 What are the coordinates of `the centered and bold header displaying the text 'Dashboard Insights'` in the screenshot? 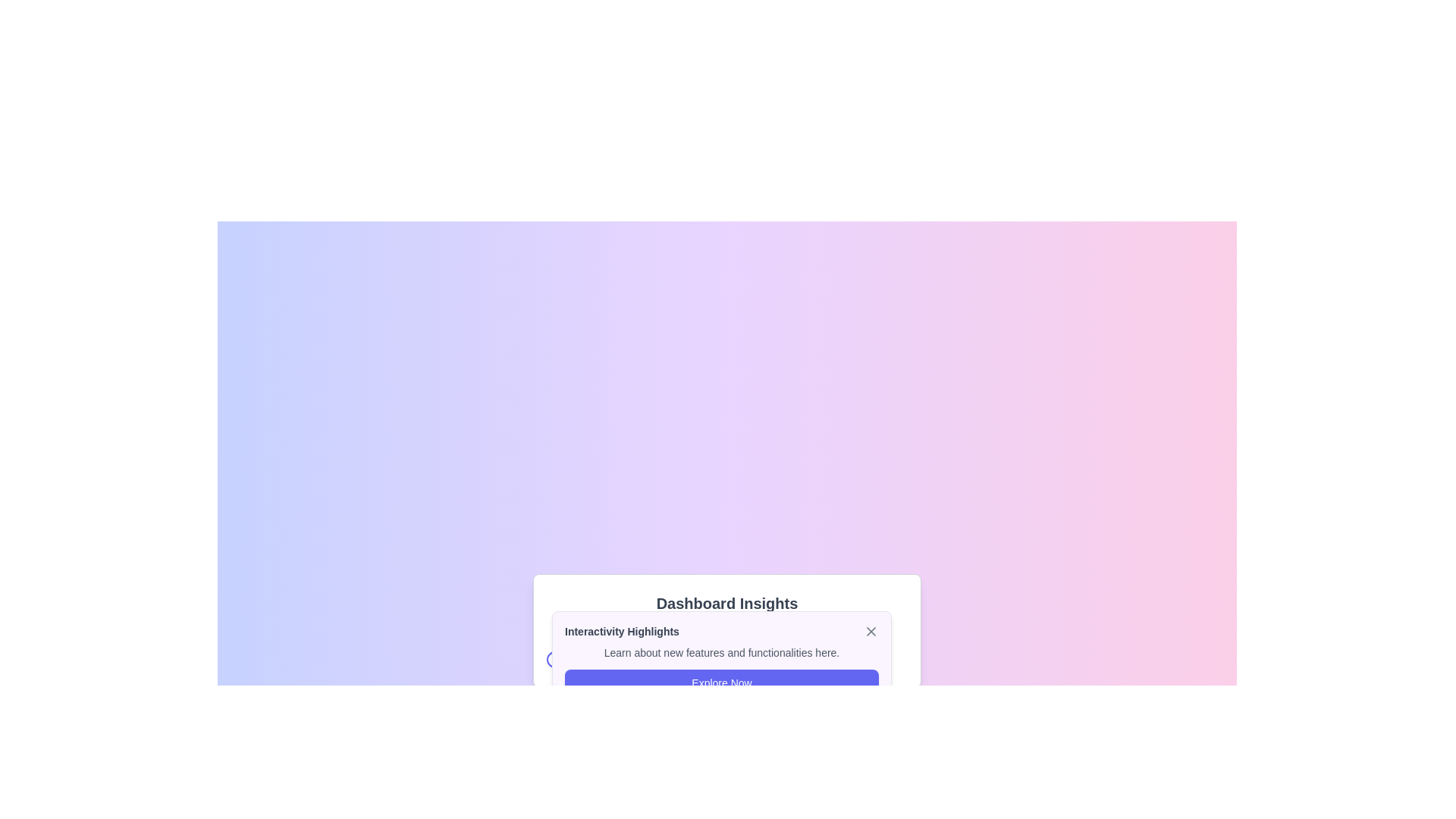 It's located at (726, 602).